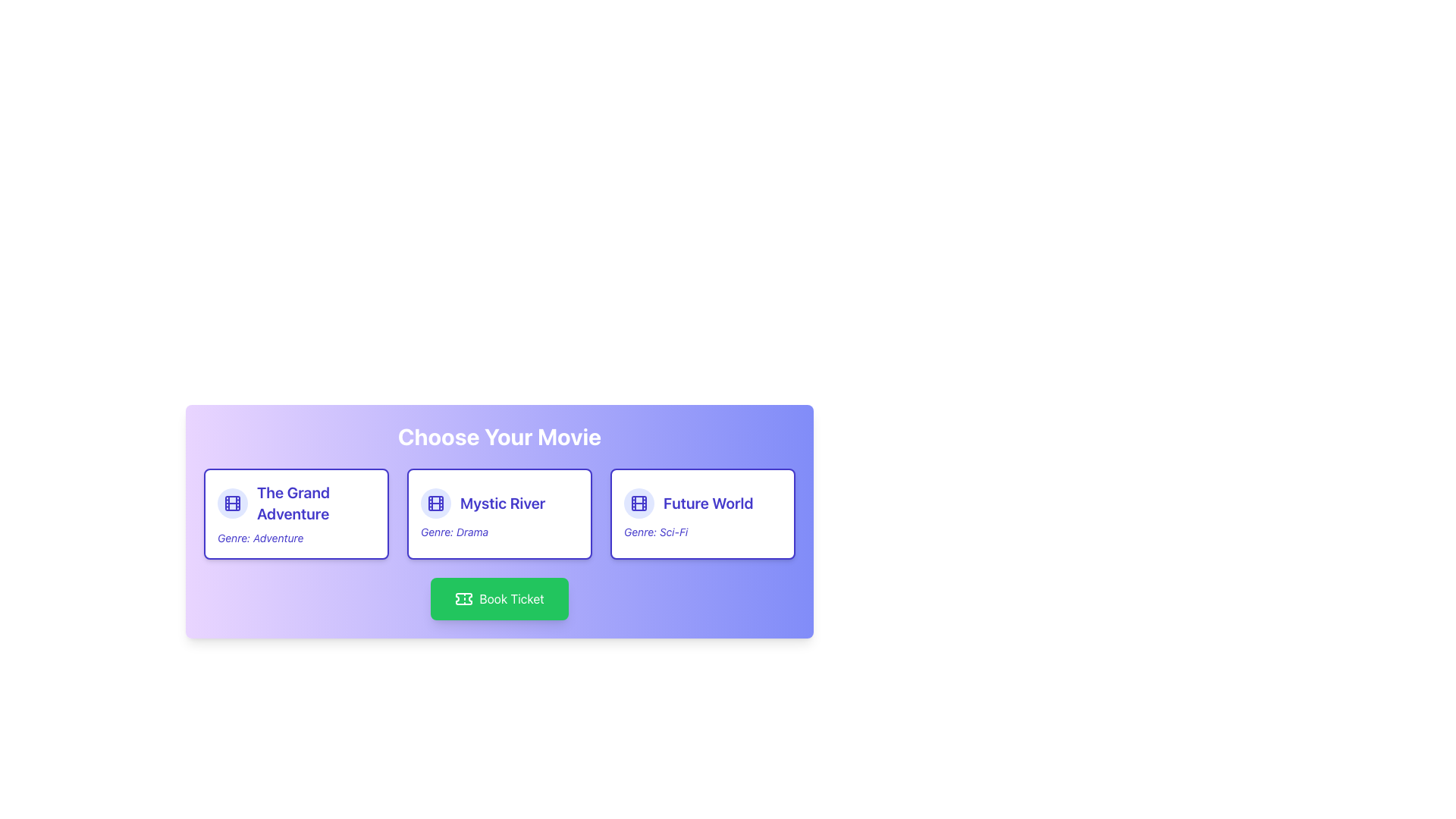 This screenshot has width=1456, height=819. What do you see at coordinates (315, 503) in the screenshot?
I see `the text block displaying 'The Grand Adventure'` at bounding box center [315, 503].